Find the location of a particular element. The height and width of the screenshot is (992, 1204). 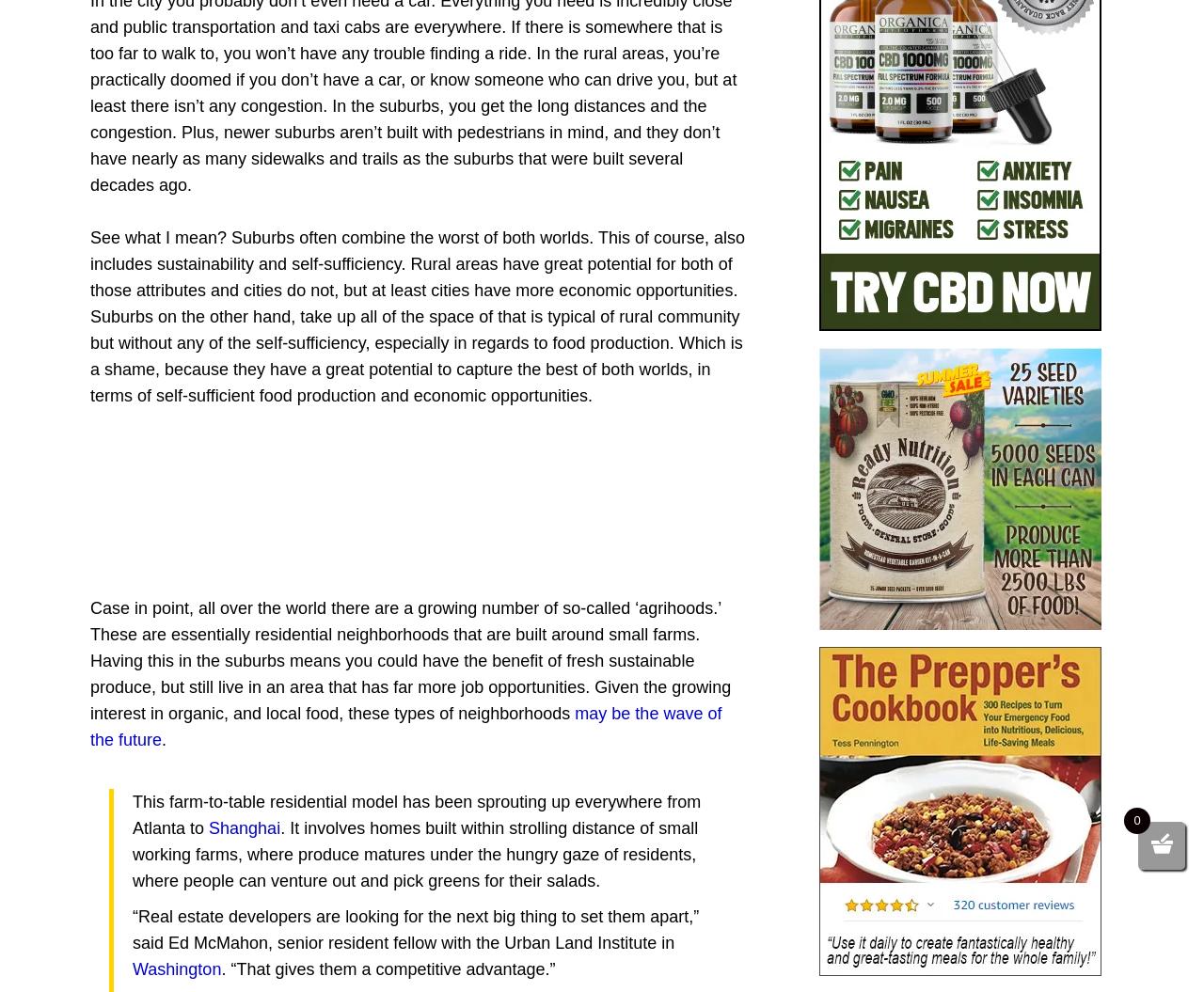

'.' is located at coordinates (164, 739).